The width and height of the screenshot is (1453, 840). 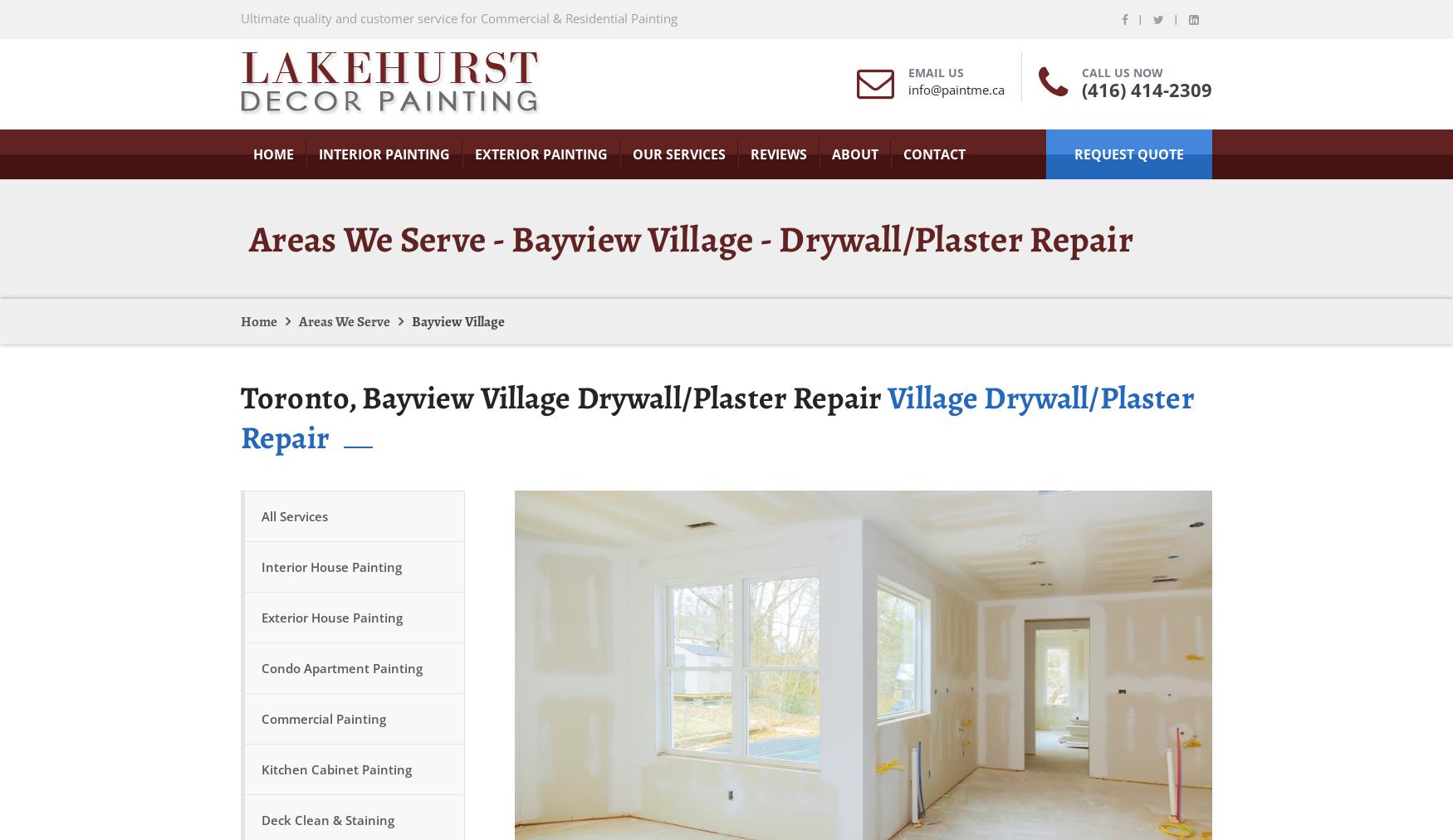 I want to click on 'call us now', so click(x=1123, y=71).